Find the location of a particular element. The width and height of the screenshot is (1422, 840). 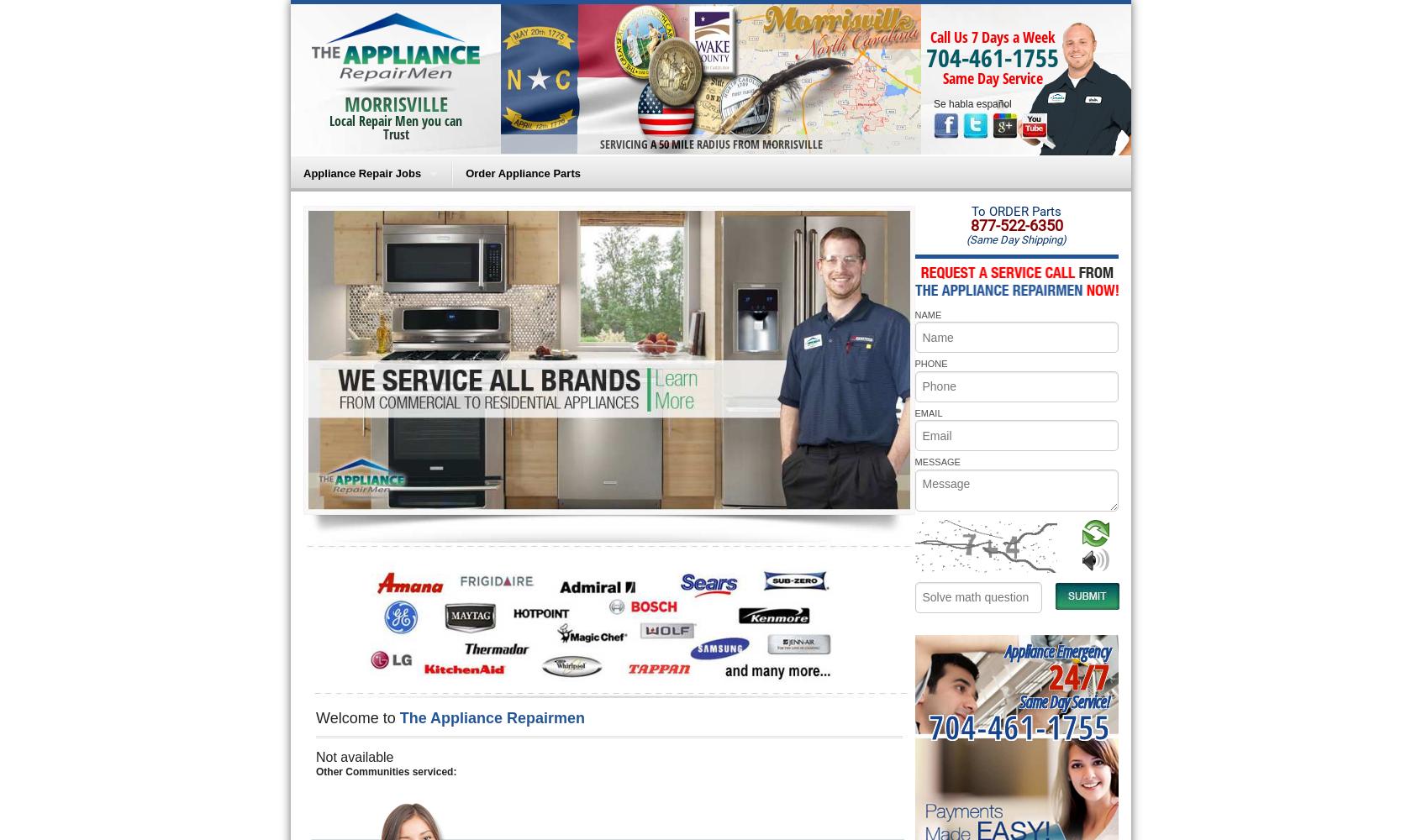

'Se habla español' is located at coordinates (971, 103).